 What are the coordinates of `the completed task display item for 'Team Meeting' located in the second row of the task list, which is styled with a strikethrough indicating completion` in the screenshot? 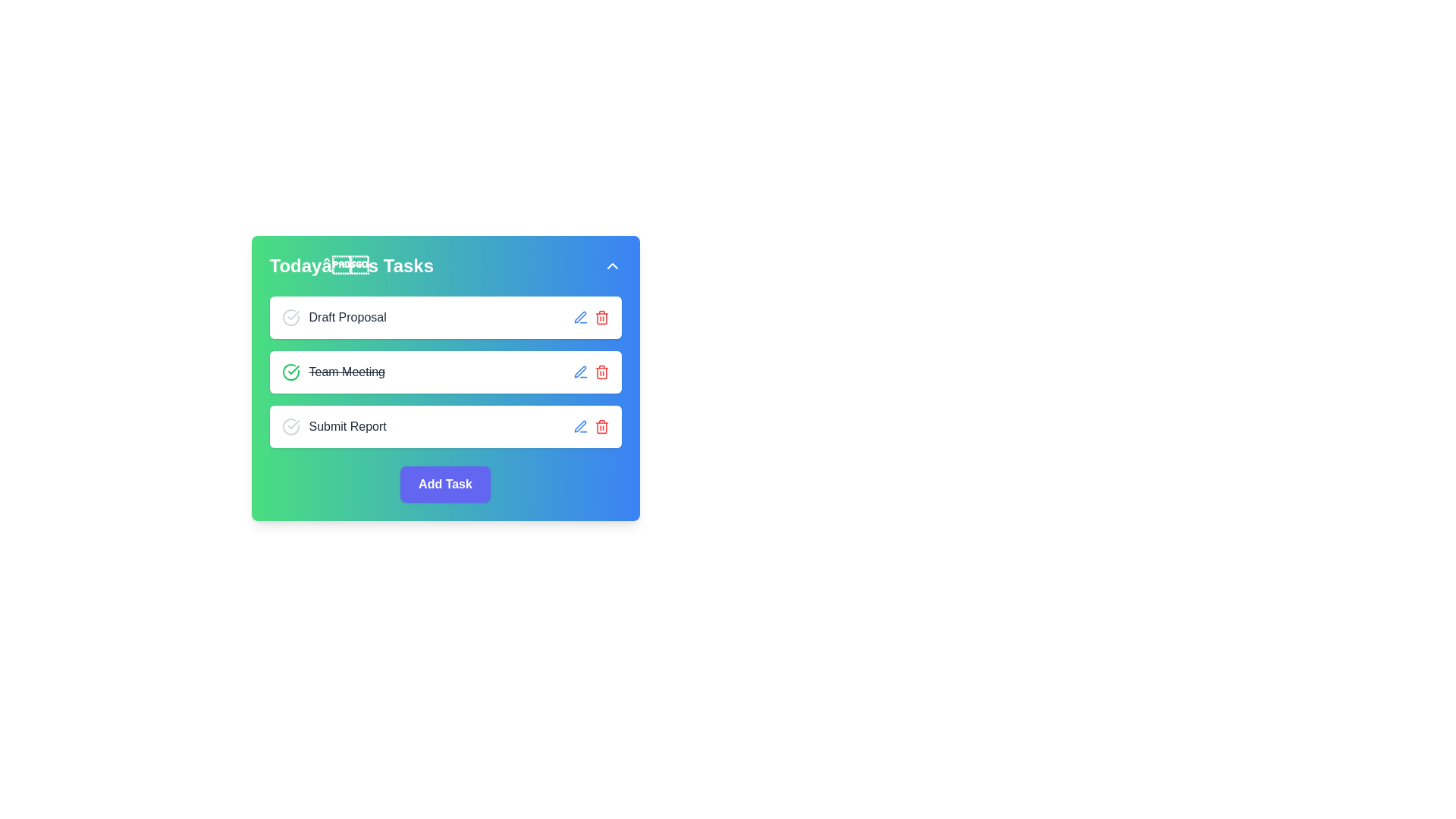 It's located at (332, 372).